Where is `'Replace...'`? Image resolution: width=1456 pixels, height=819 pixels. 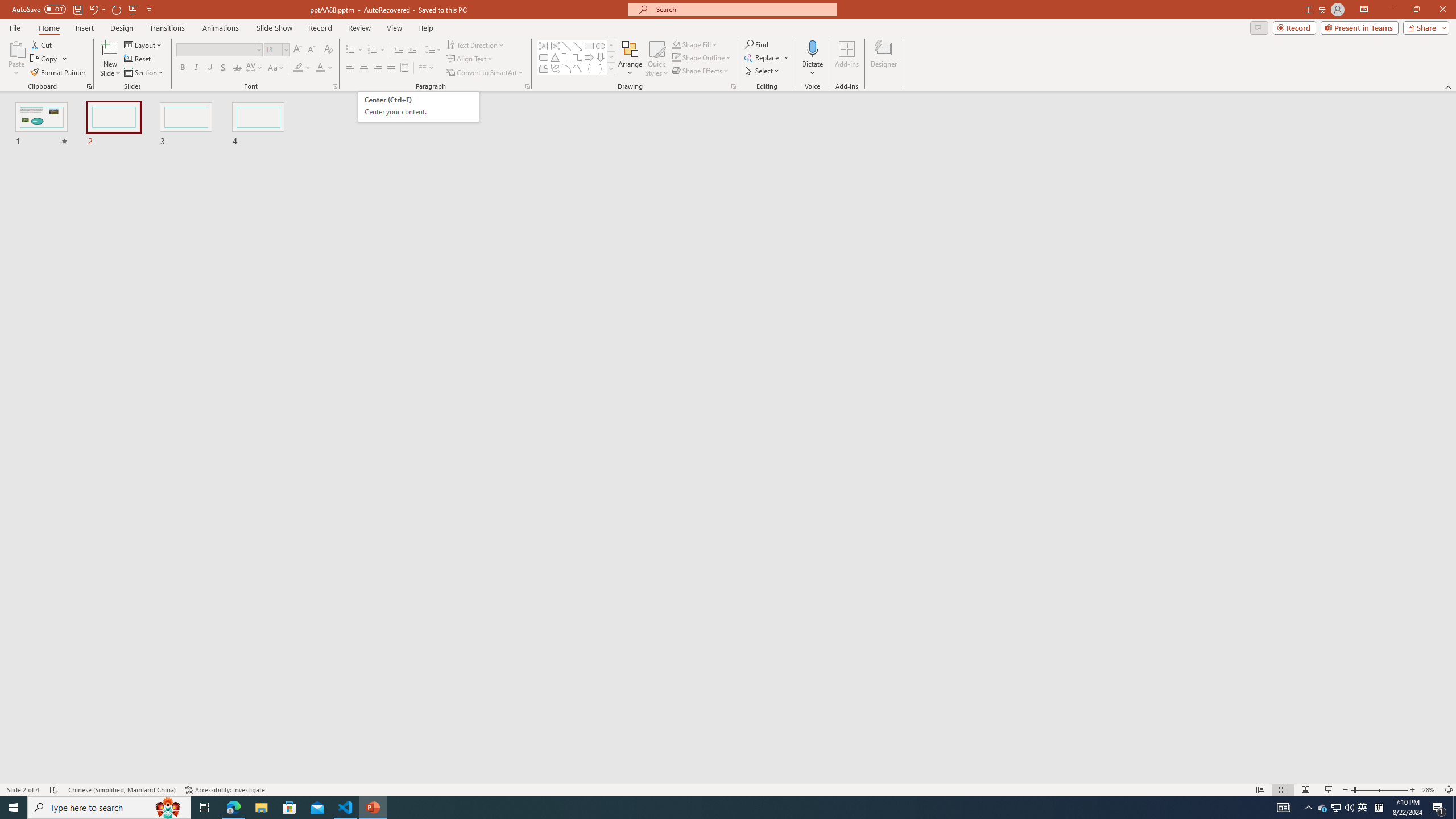
'Replace...' is located at coordinates (763, 56).